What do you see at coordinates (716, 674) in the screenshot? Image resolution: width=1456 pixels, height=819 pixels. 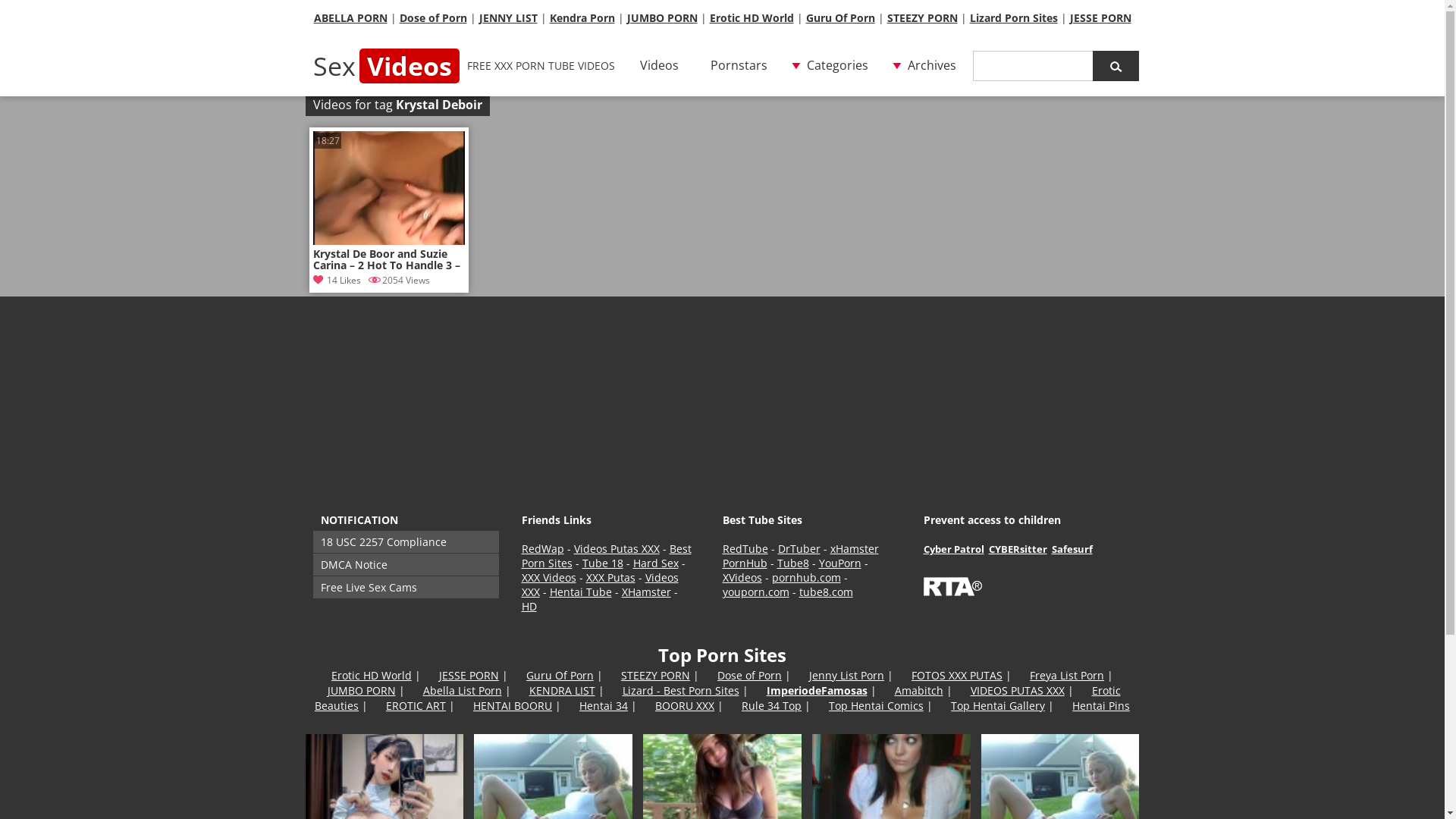 I see `'Dose of Porn'` at bounding box center [716, 674].